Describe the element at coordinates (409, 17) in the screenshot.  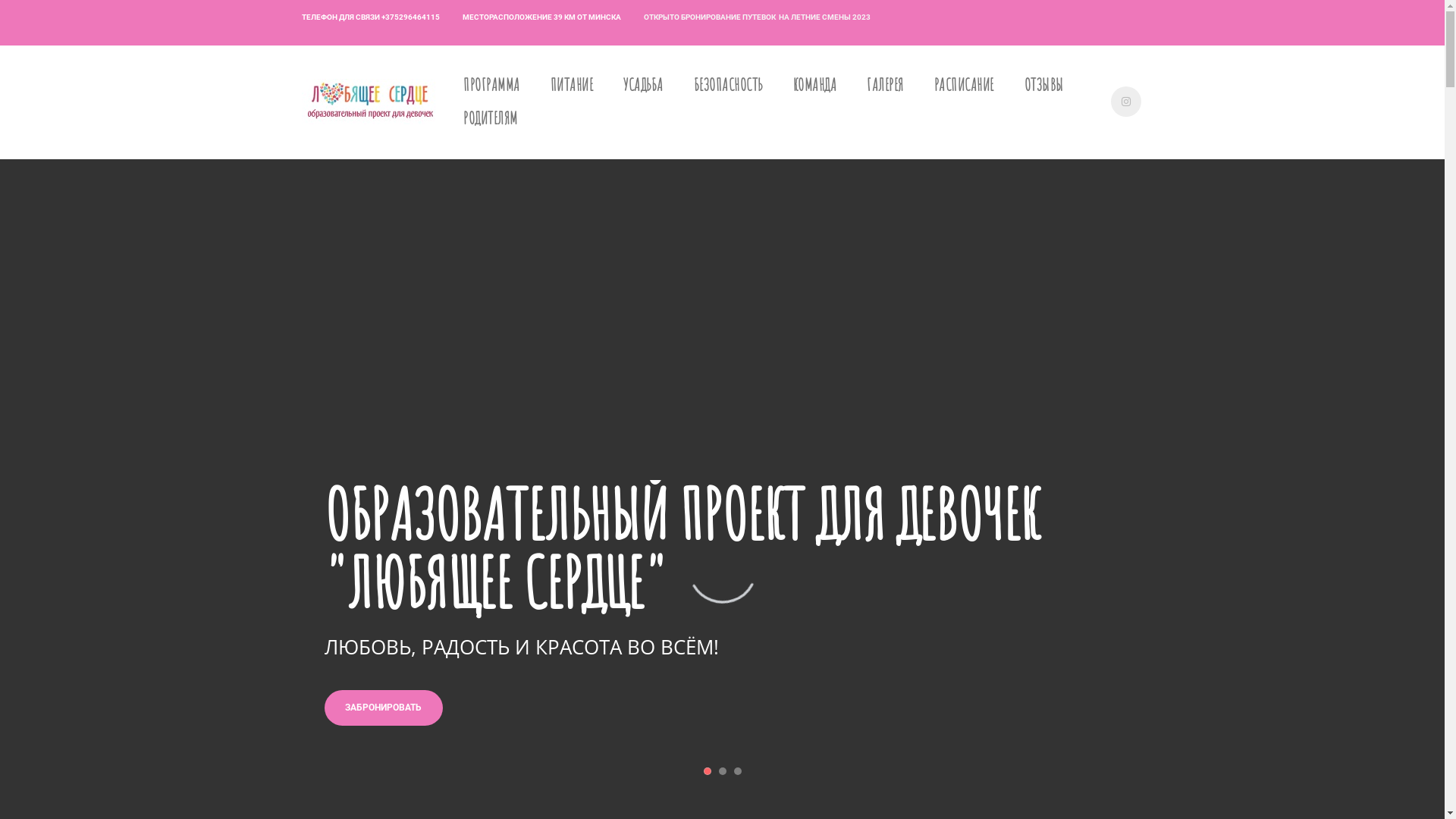
I see `'+375296464115'` at that location.